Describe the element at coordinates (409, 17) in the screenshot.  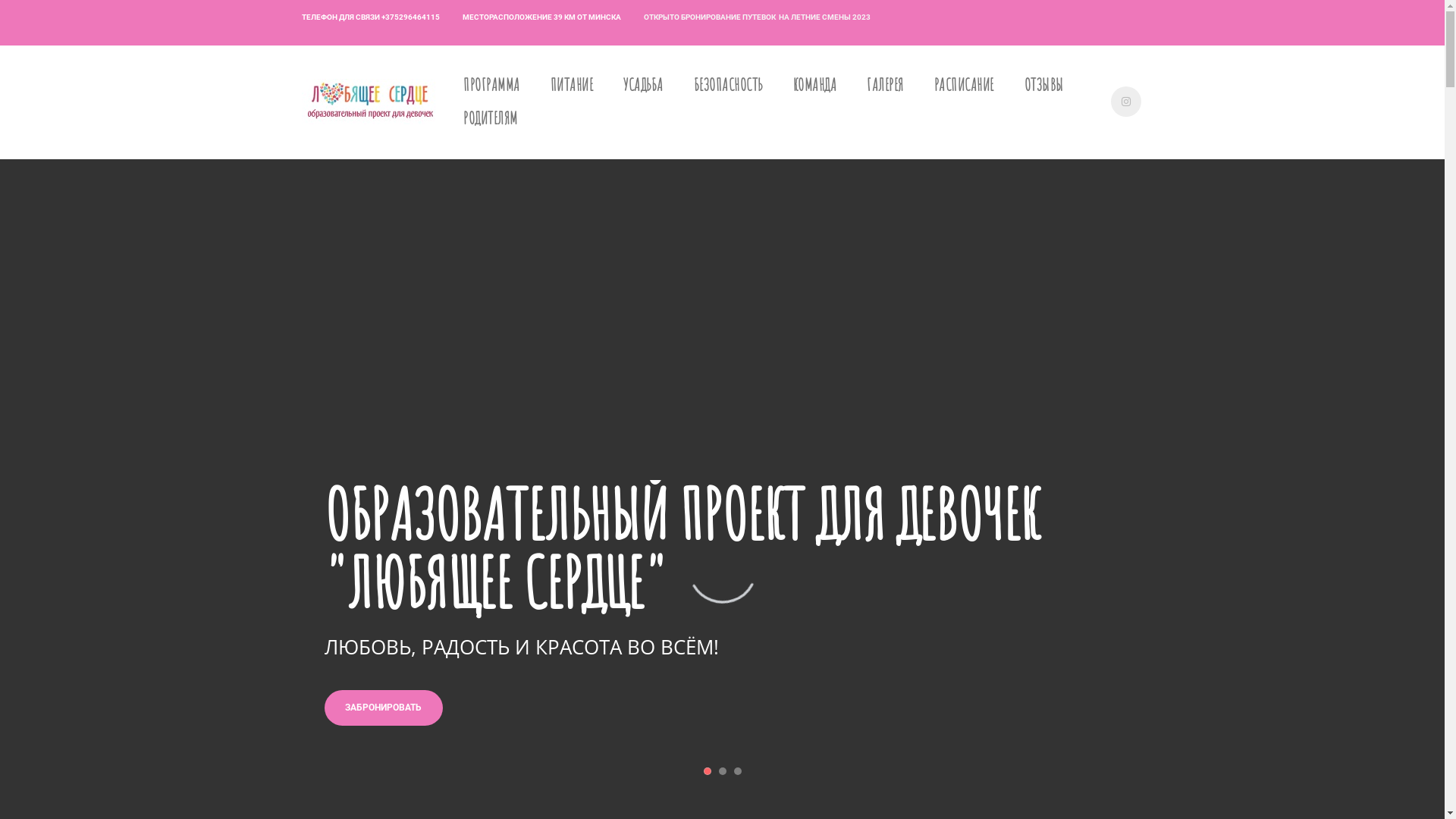
I see `'+375296464115'` at that location.